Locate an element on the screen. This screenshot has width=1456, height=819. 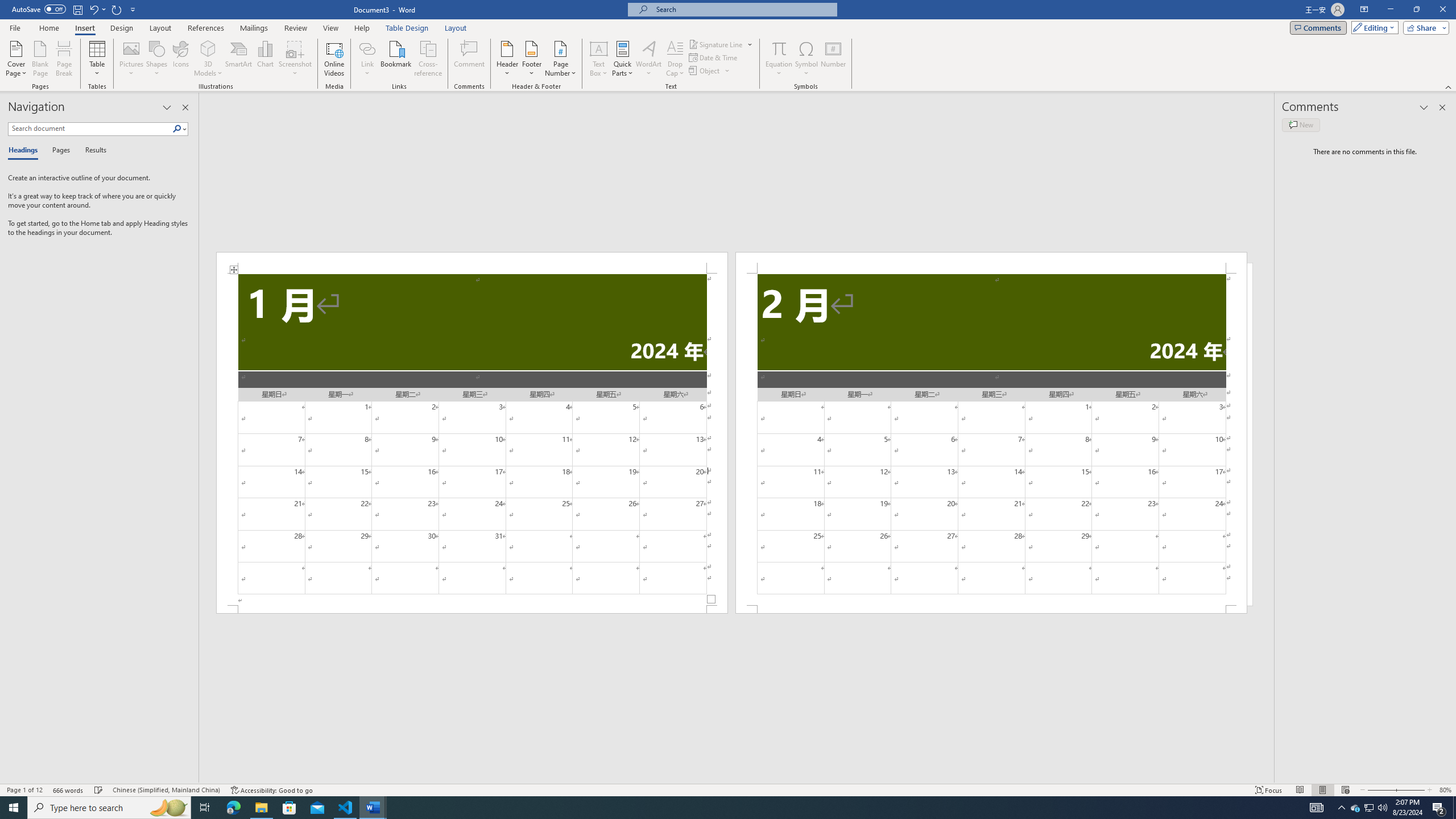
'Close' is located at coordinates (1442, 9).